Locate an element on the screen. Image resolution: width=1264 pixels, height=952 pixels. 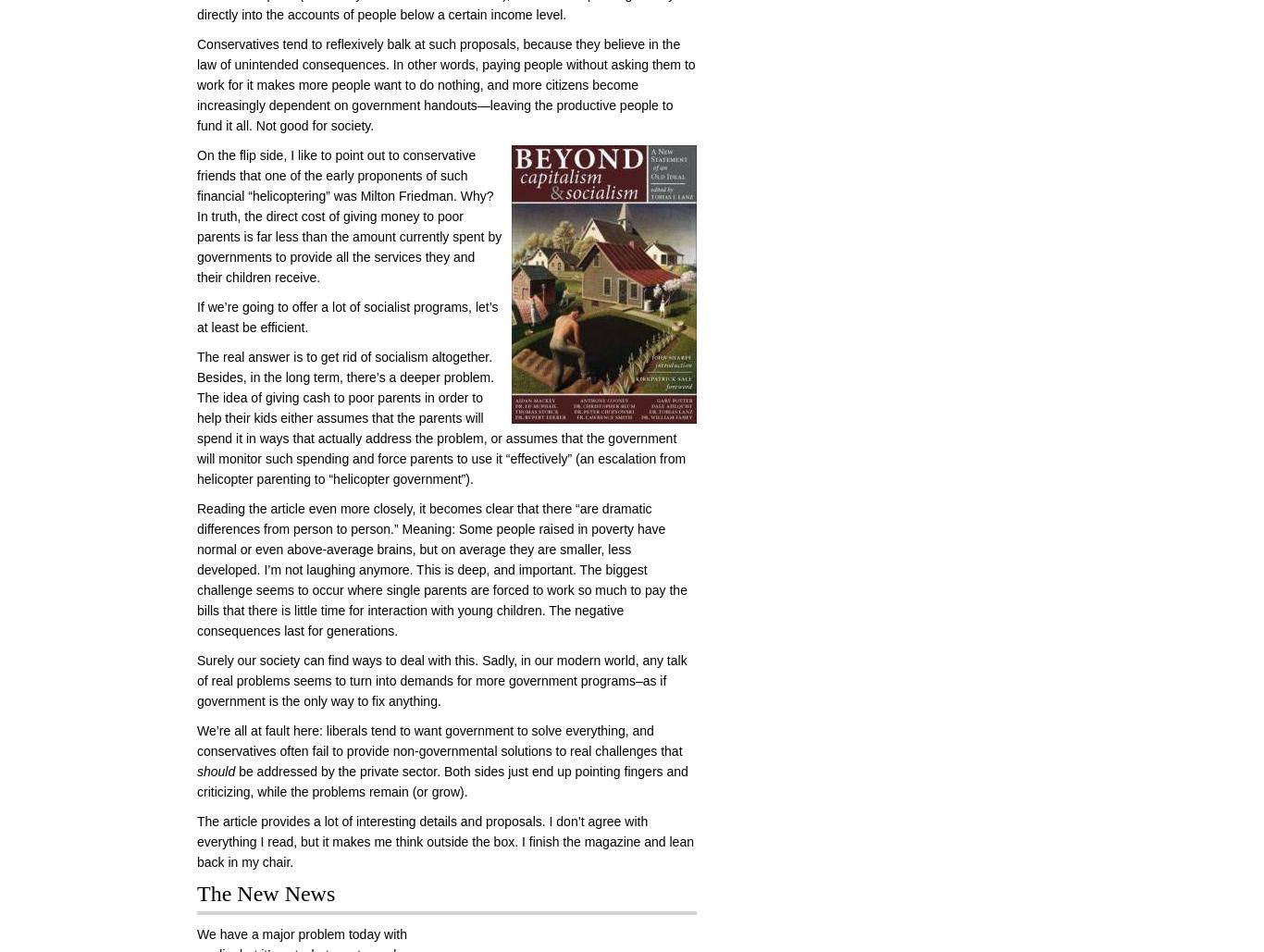
'Reading the article even more closely, it becomes clear that there “are dramatic differences from person to person.” Meaning: Some people raised in poverty have normal or even above-average brains, but on average they are smaller, less developed. I’m not laughing anymore. This is deep, and important. The biggest challenge seems to occur where single parents are forced to work so much to pay the bills that there is little time for interaction with young children. The negative consequences last for generations.' is located at coordinates (441, 569).